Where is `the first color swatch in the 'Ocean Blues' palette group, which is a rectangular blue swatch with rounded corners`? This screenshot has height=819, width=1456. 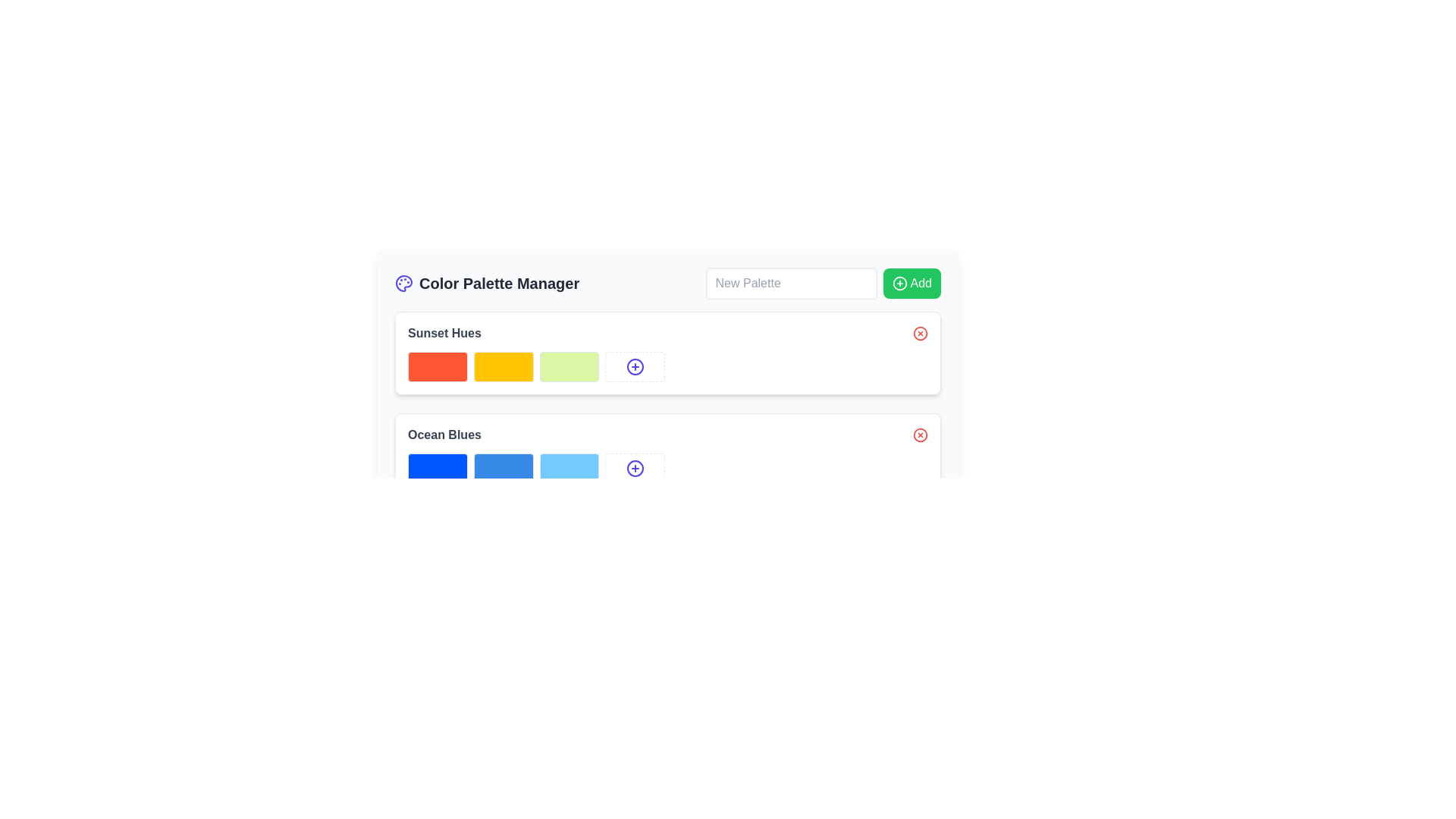
the first color swatch in the 'Ocean Blues' palette group, which is a rectangular blue swatch with rounded corners is located at coordinates (437, 467).